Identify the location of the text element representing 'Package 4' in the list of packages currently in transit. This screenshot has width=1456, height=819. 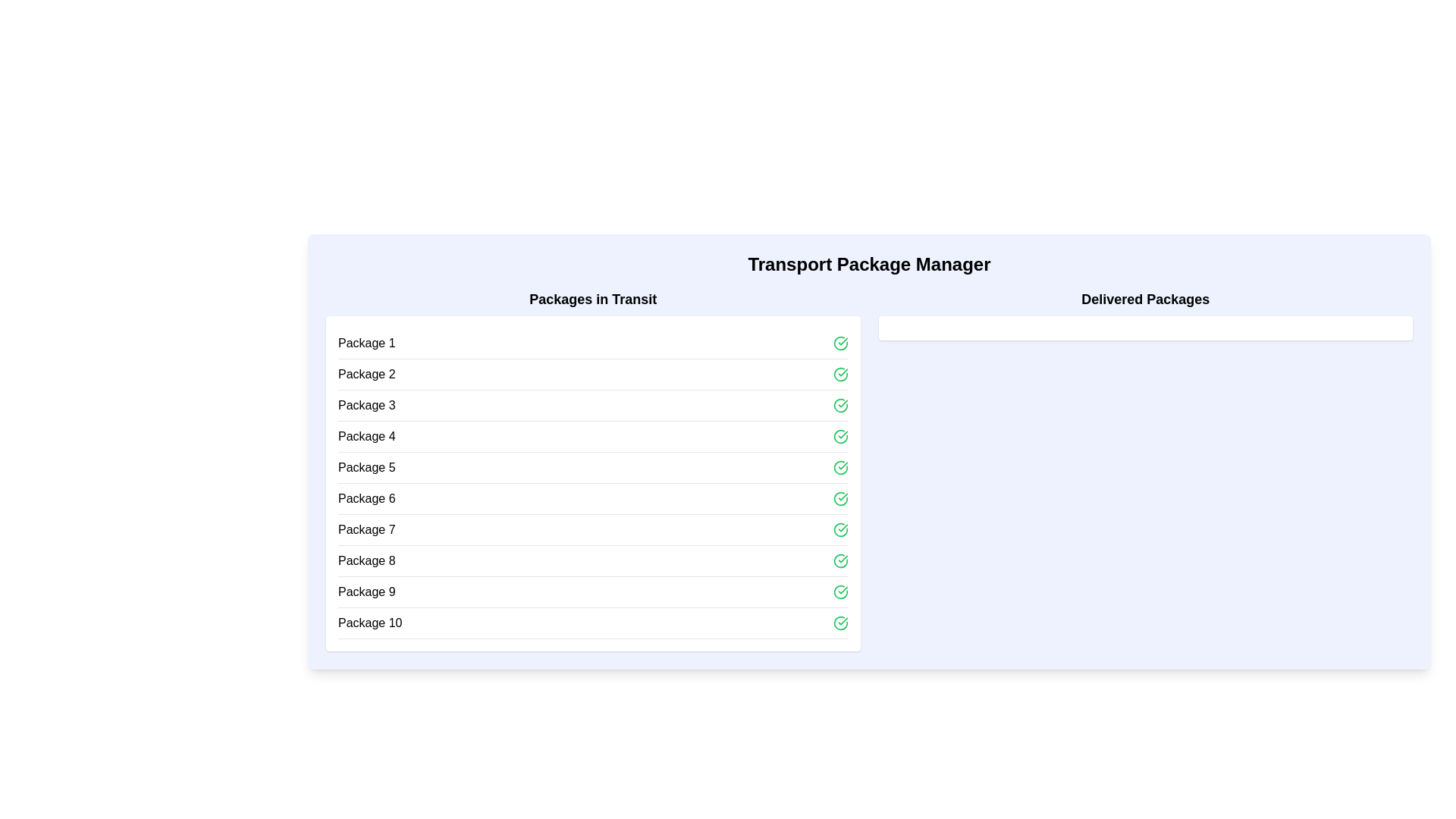
(366, 436).